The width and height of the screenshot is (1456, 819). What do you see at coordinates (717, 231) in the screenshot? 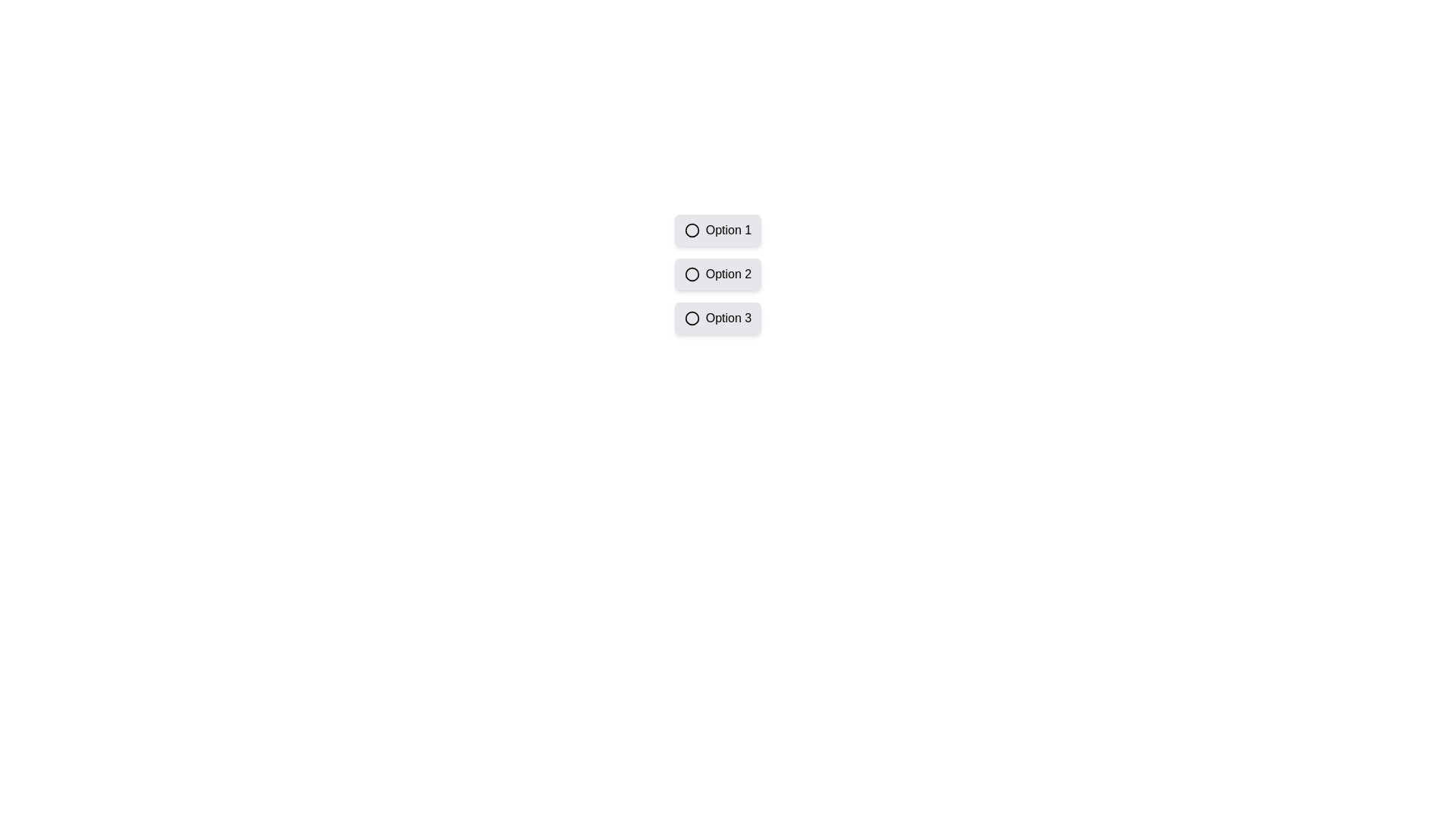
I see `the first selectable option in the vertically arranged list` at bounding box center [717, 231].